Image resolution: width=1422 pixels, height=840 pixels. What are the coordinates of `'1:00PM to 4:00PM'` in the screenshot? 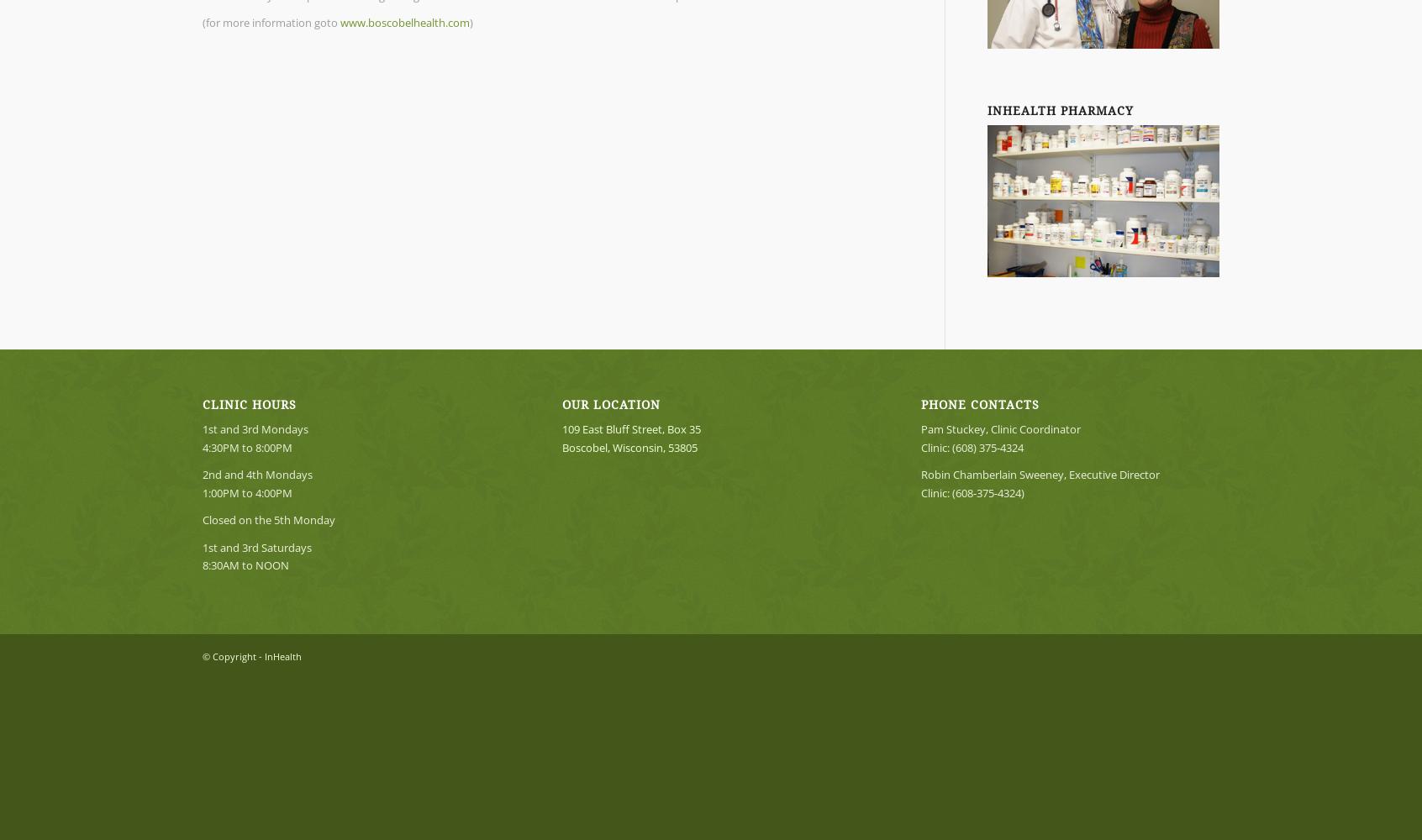 It's located at (246, 491).